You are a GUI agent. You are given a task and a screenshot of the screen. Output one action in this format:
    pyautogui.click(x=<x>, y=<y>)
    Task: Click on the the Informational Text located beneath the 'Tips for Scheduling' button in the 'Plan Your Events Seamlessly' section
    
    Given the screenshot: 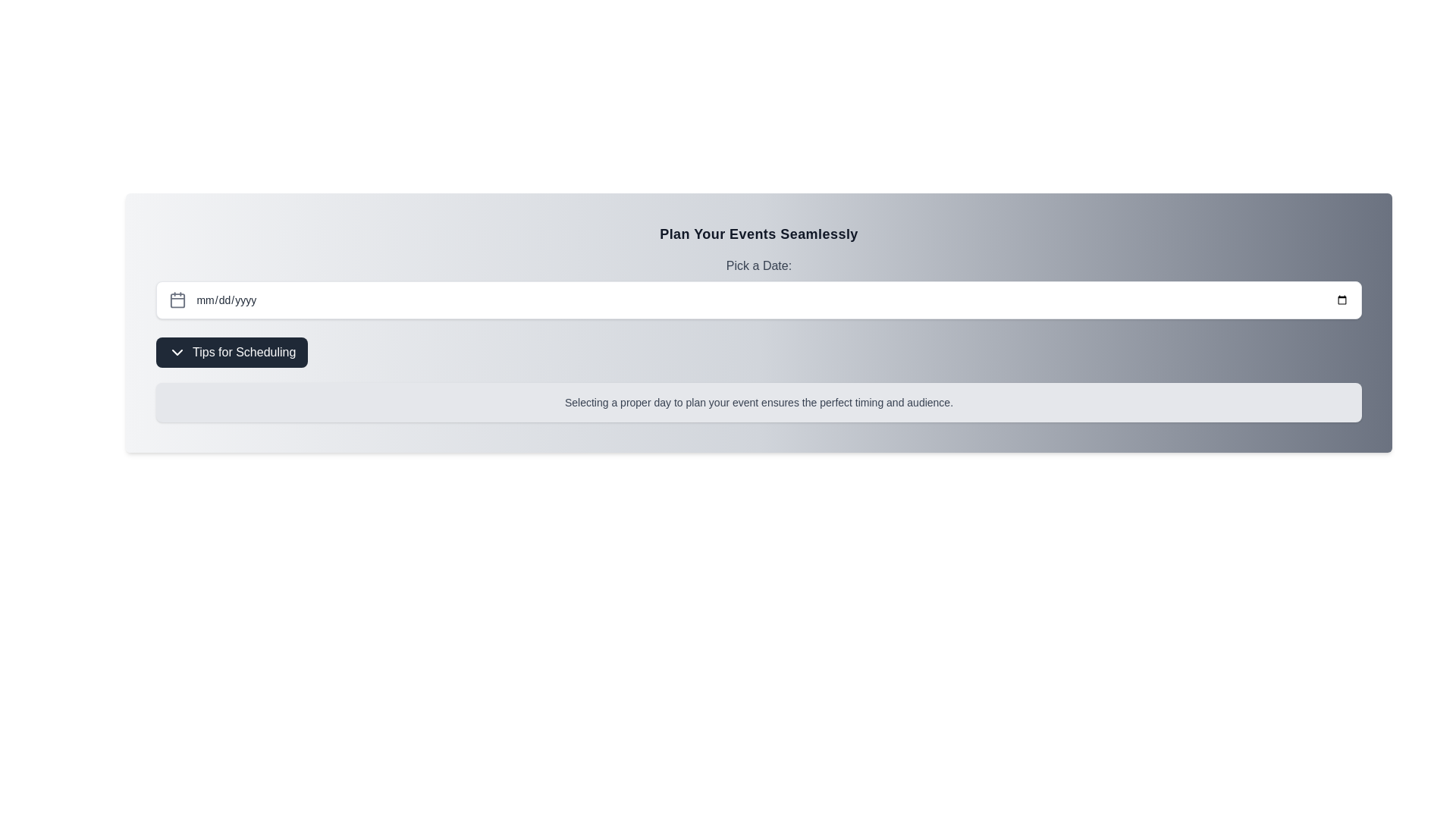 What is the action you would take?
    pyautogui.click(x=759, y=402)
    